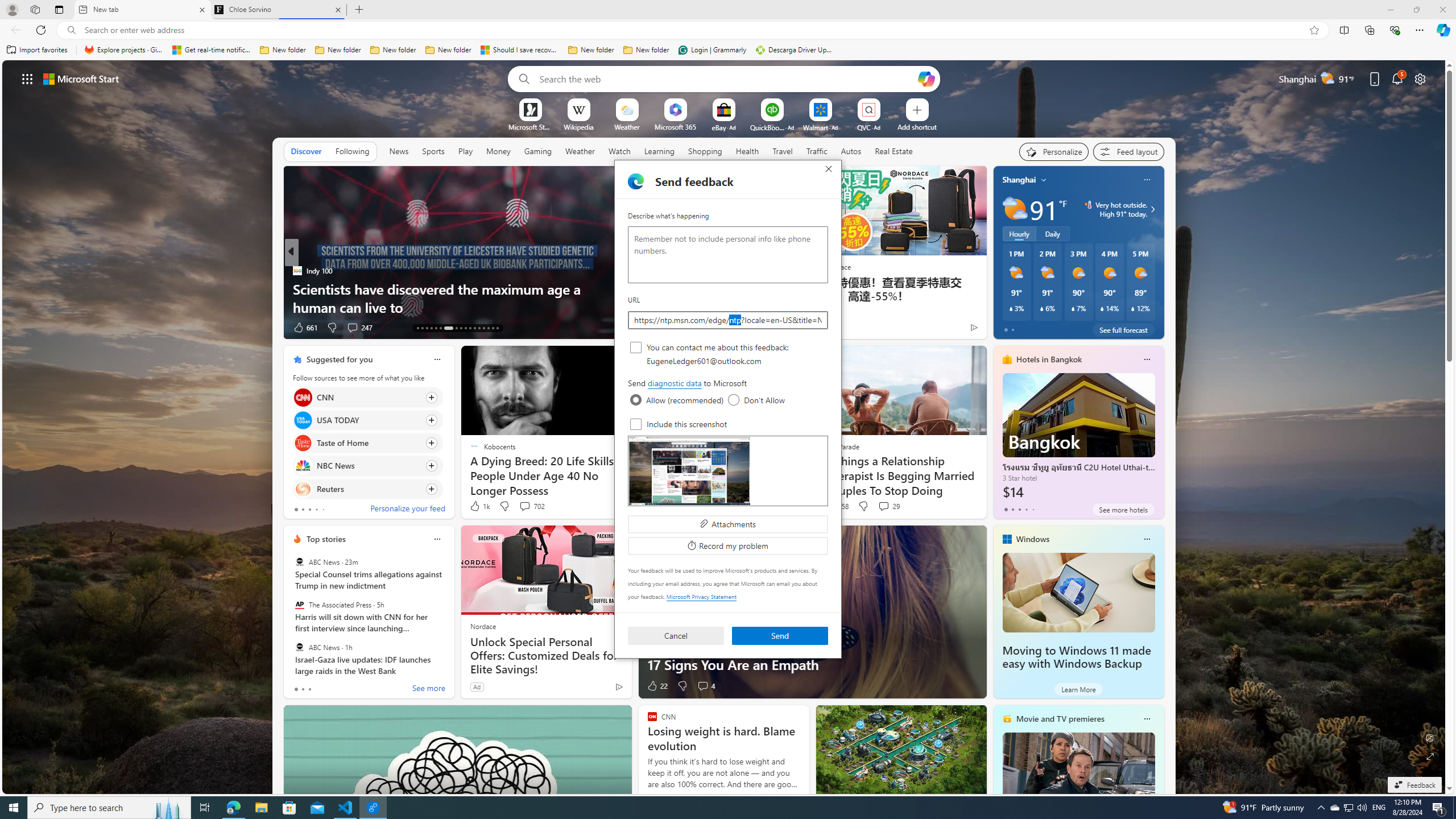 The width and height of the screenshot is (1456, 819). Describe the element at coordinates (712, 49) in the screenshot. I see `'Login | Grammarly'` at that location.